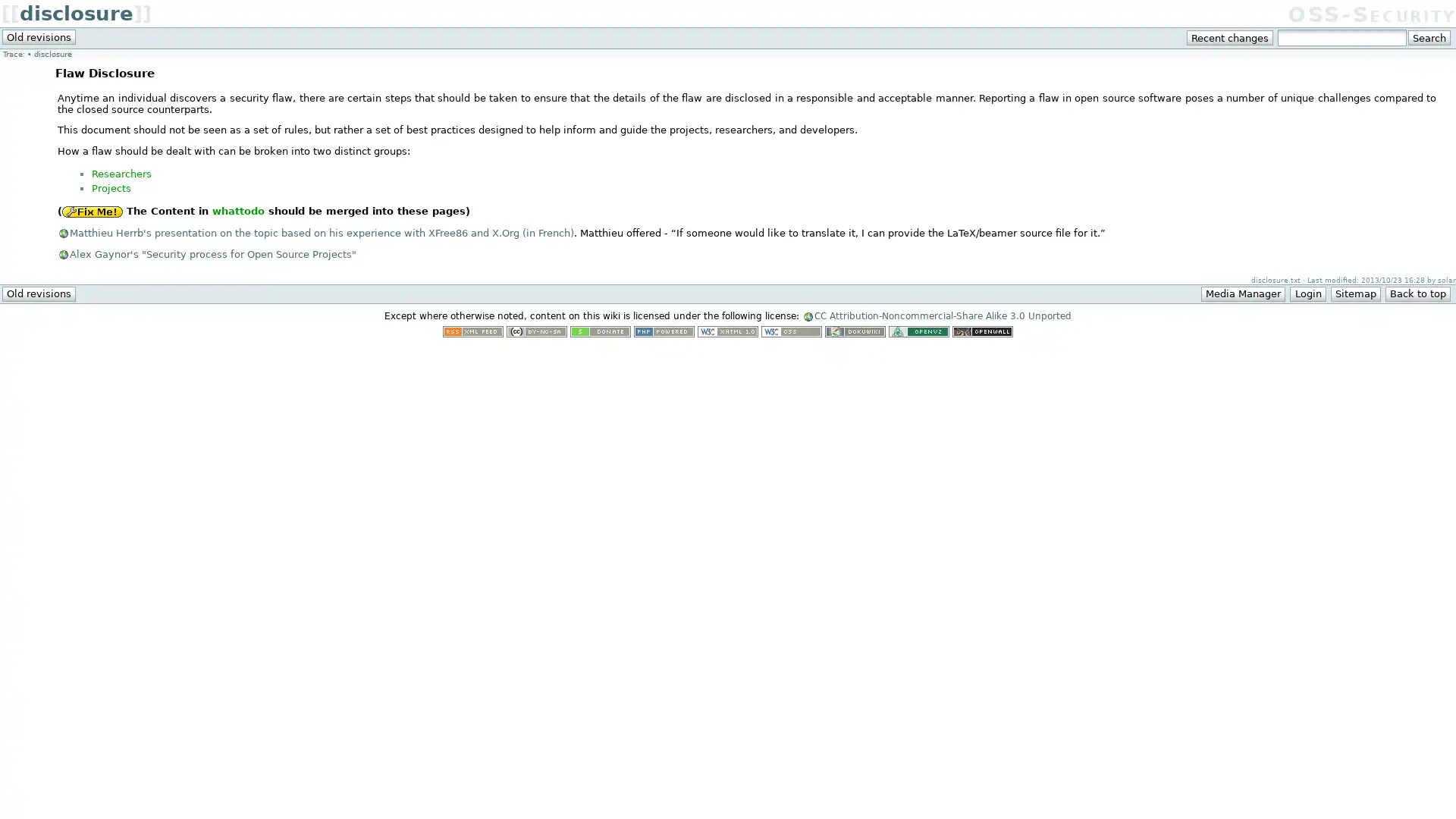 The width and height of the screenshot is (1456, 819). I want to click on Back to top, so click(1417, 293).